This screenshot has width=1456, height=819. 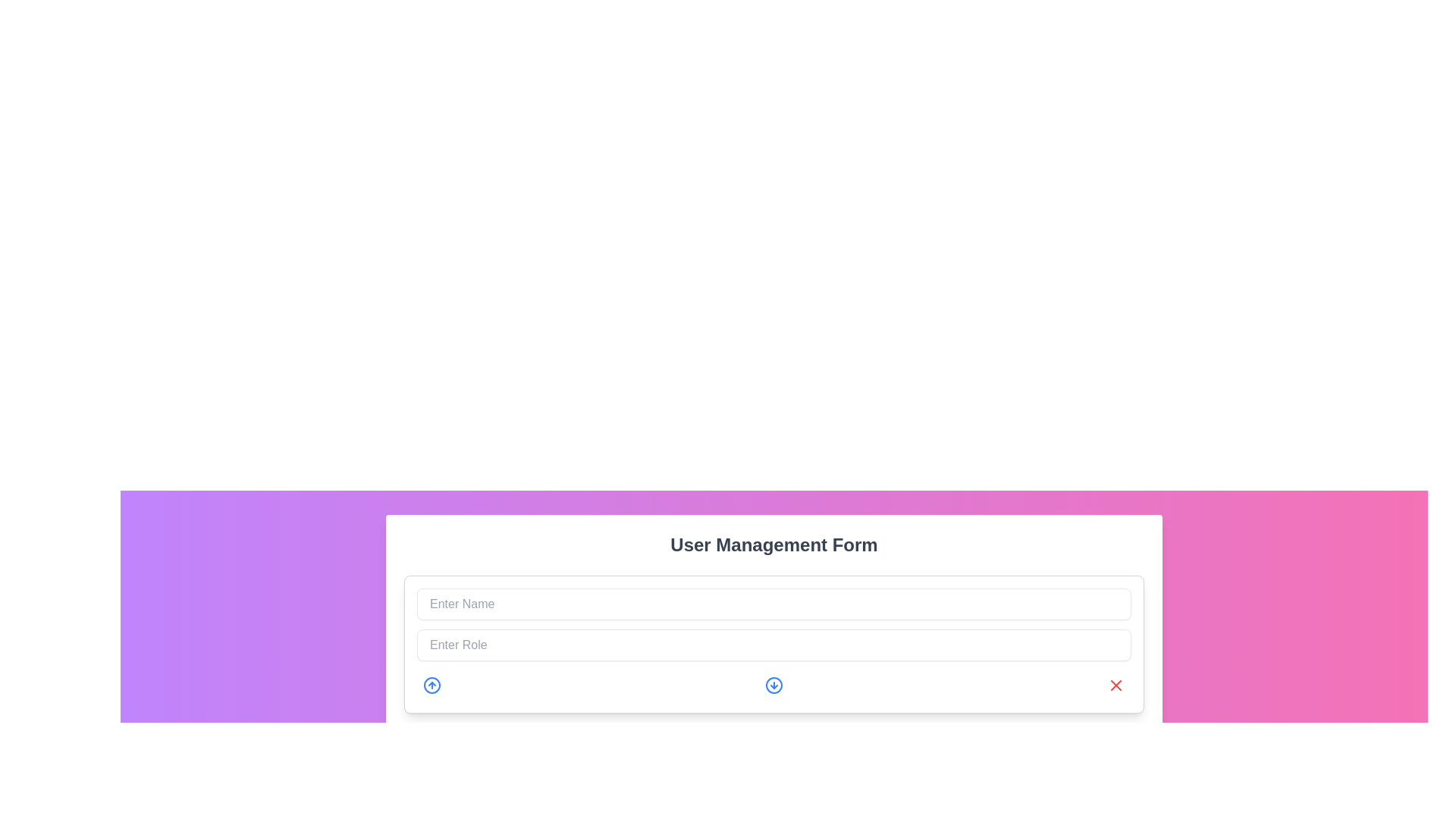 What do you see at coordinates (1116, 685) in the screenshot?
I see `the close or delete indicator icon located in the bottom-right corner of the 'User Management Form'` at bounding box center [1116, 685].